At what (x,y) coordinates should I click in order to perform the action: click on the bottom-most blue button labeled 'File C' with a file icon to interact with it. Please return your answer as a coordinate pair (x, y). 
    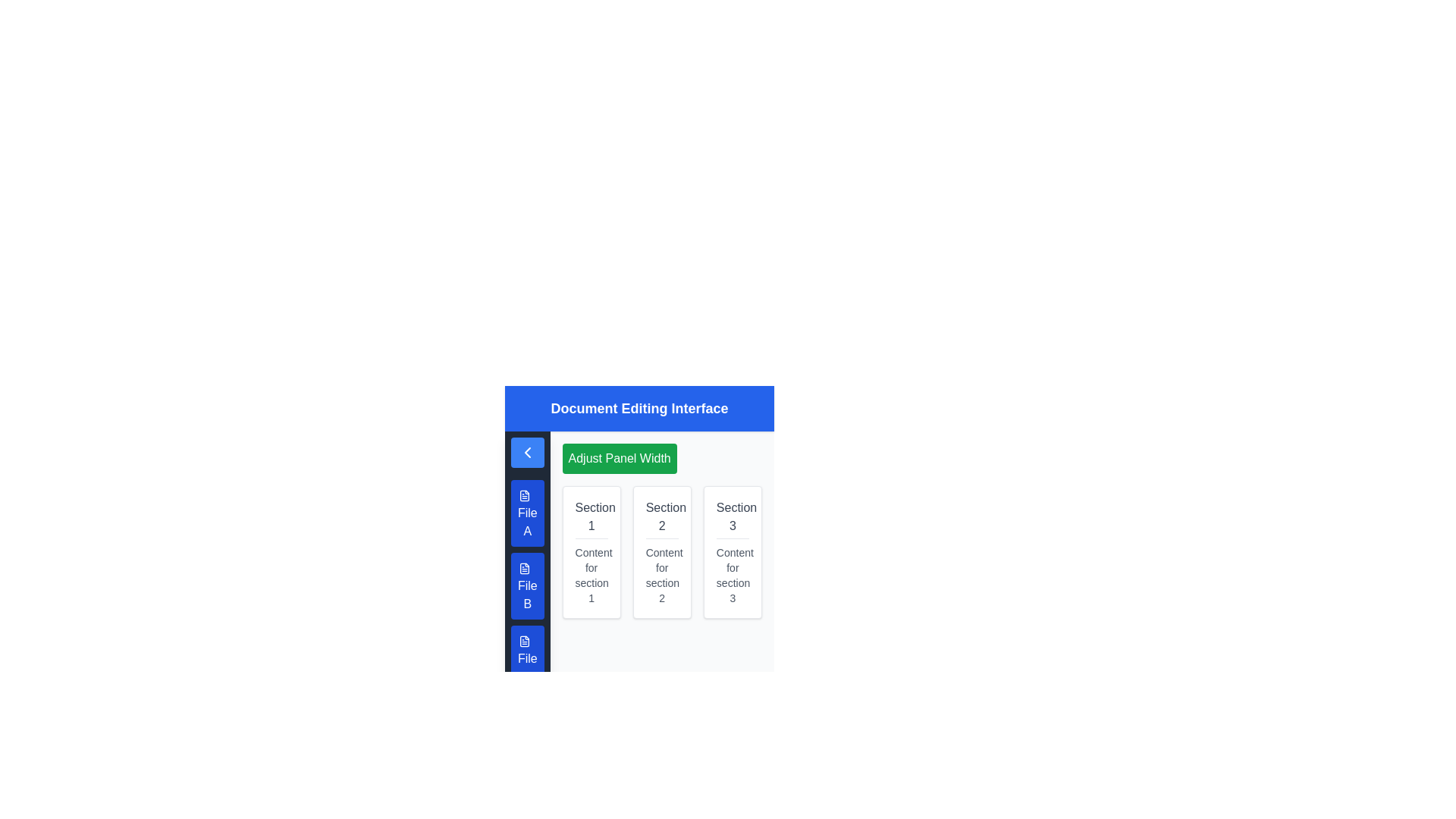
    Looking at the image, I should click on (527, 657).